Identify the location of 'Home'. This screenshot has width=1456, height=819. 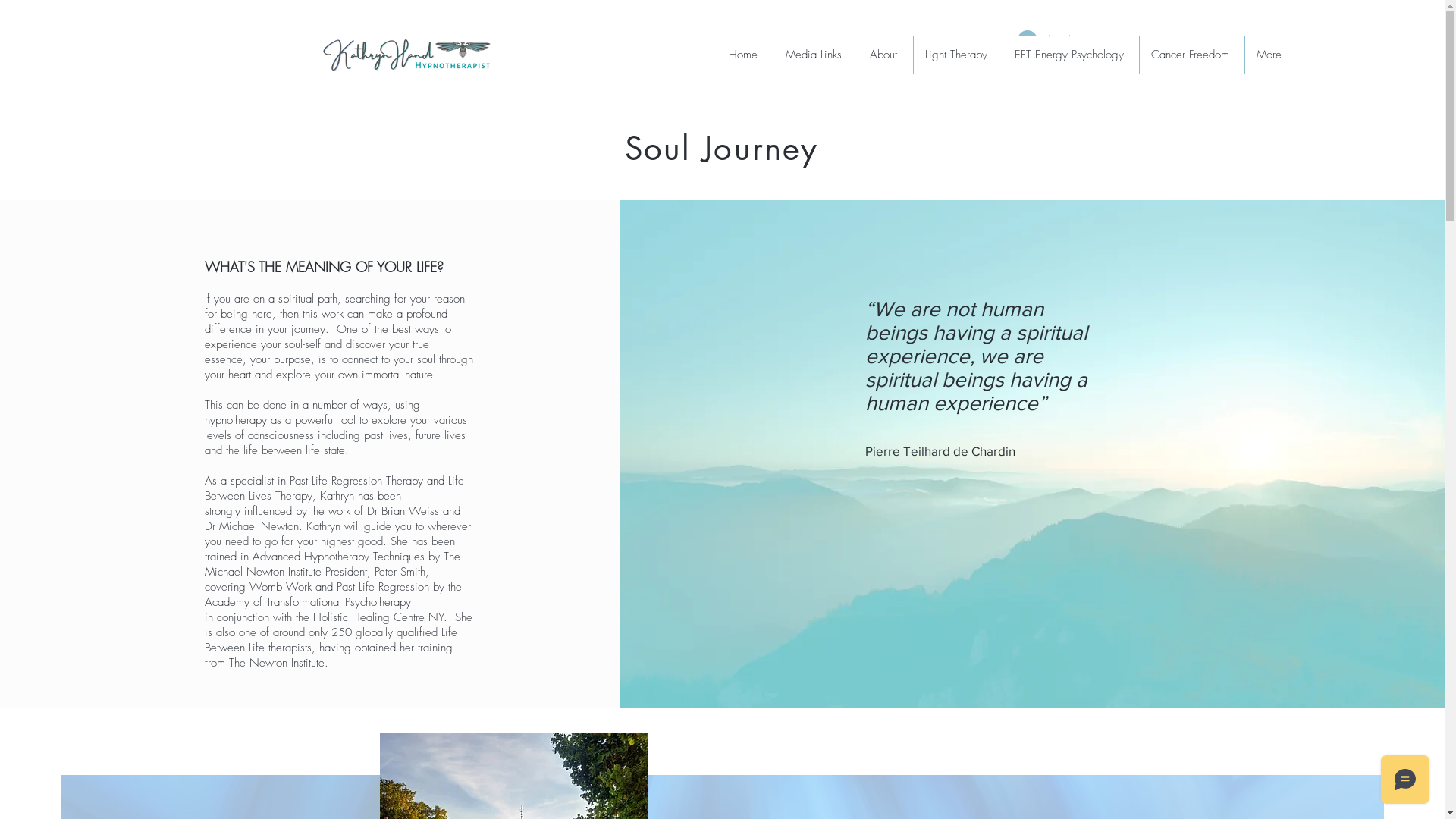
(716, 54).